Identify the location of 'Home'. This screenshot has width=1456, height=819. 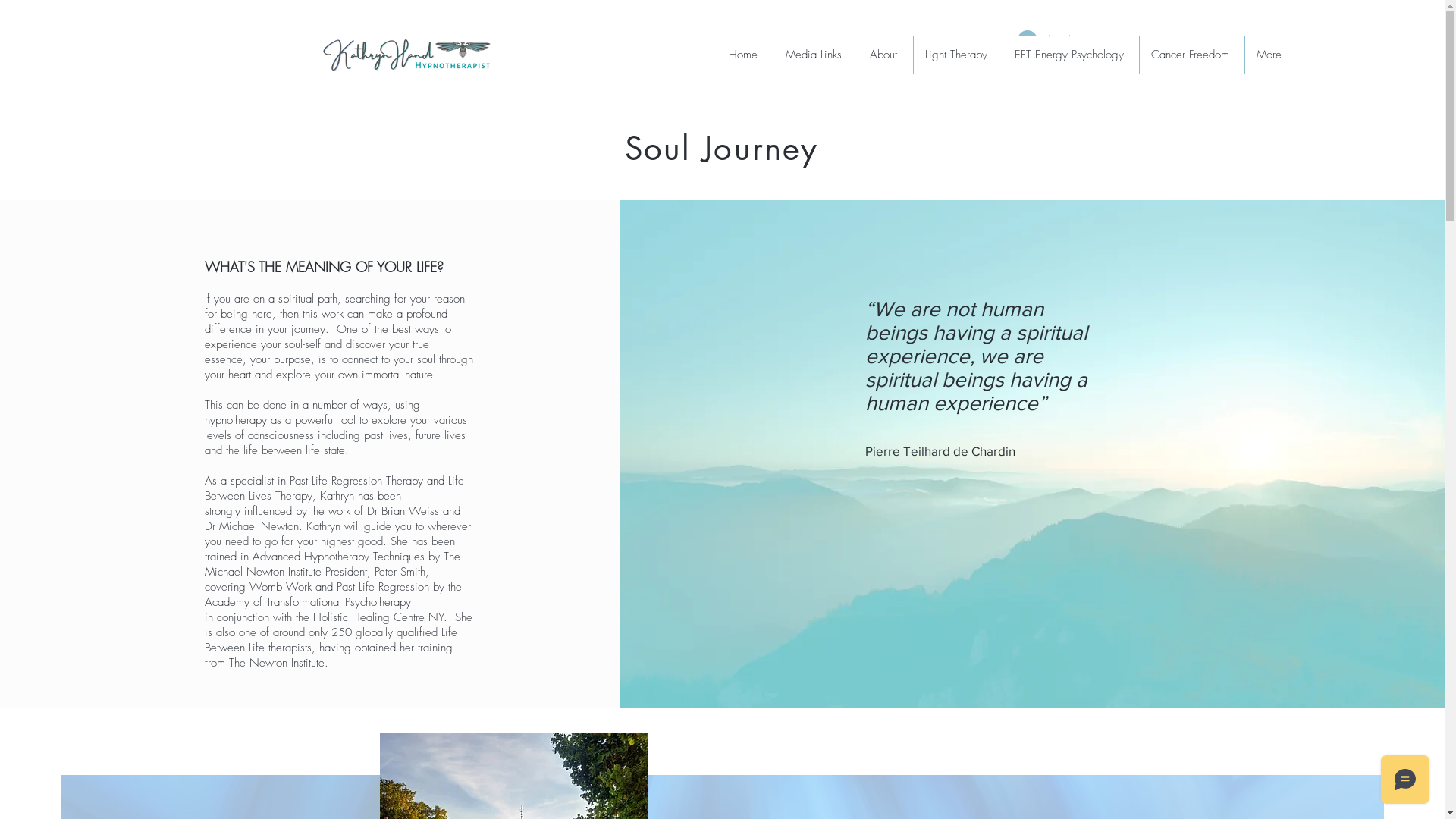
(716, 54).